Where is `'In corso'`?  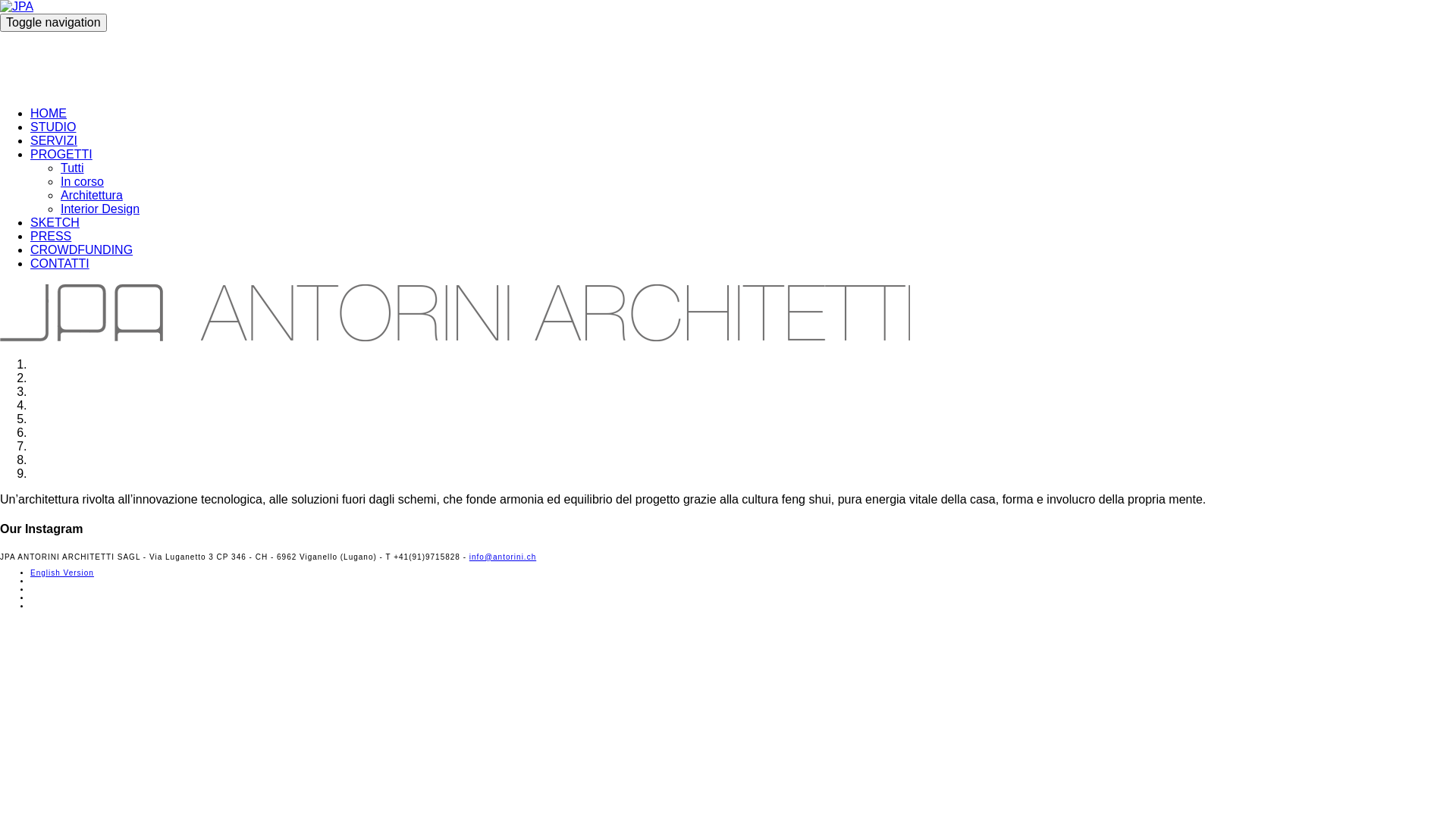 'In corso' is located at coordinates (81, 180).